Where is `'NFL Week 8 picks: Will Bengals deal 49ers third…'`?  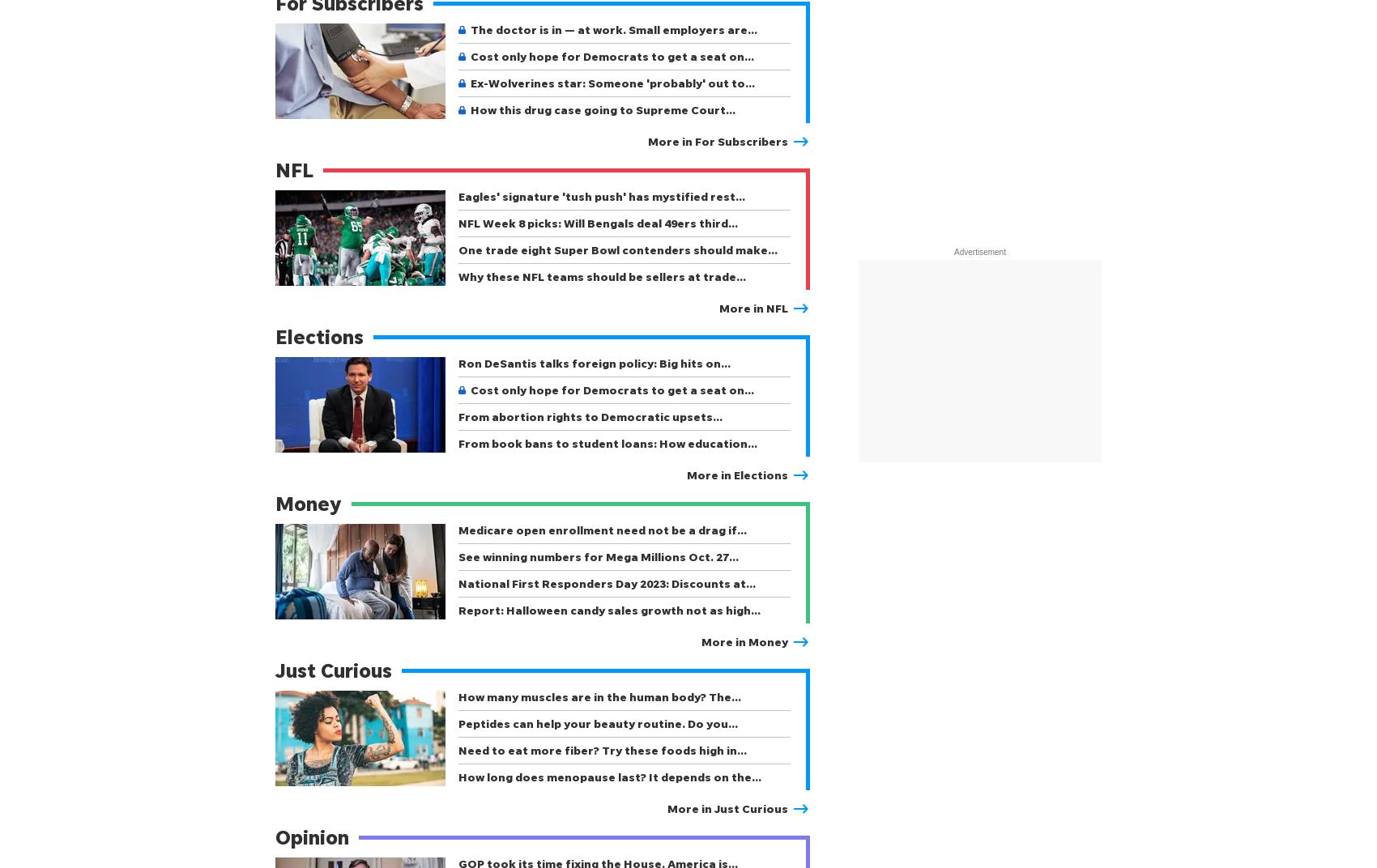 'NFL Week 8 picks: Will Bengals deal 49ers third…' is located at coordinates (457, 222).